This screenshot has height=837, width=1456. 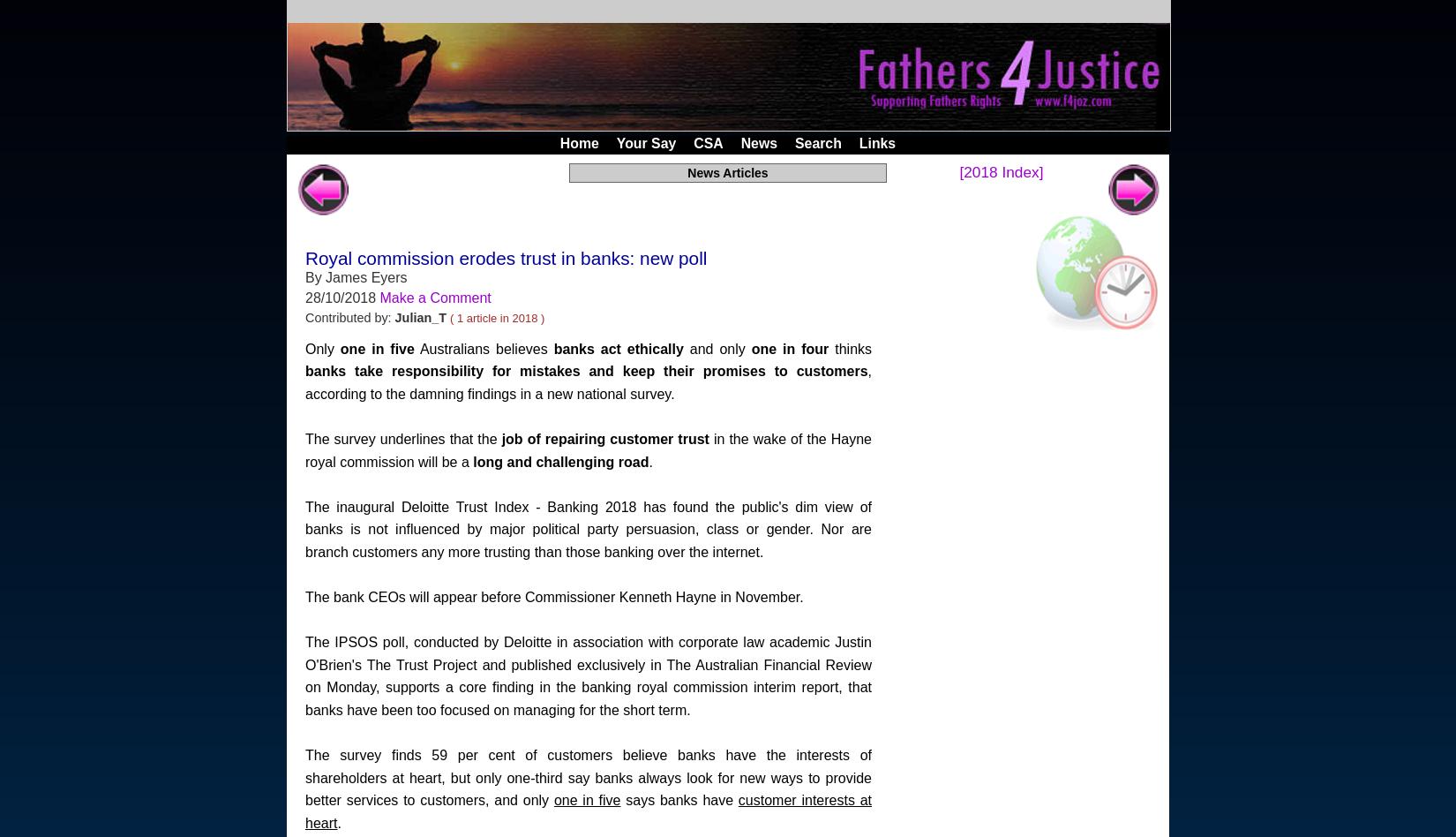 What do you see at coordinates (305, 811) in the screenshot?
I see `'customer interests at heart'` at bounding box center [305, 811].